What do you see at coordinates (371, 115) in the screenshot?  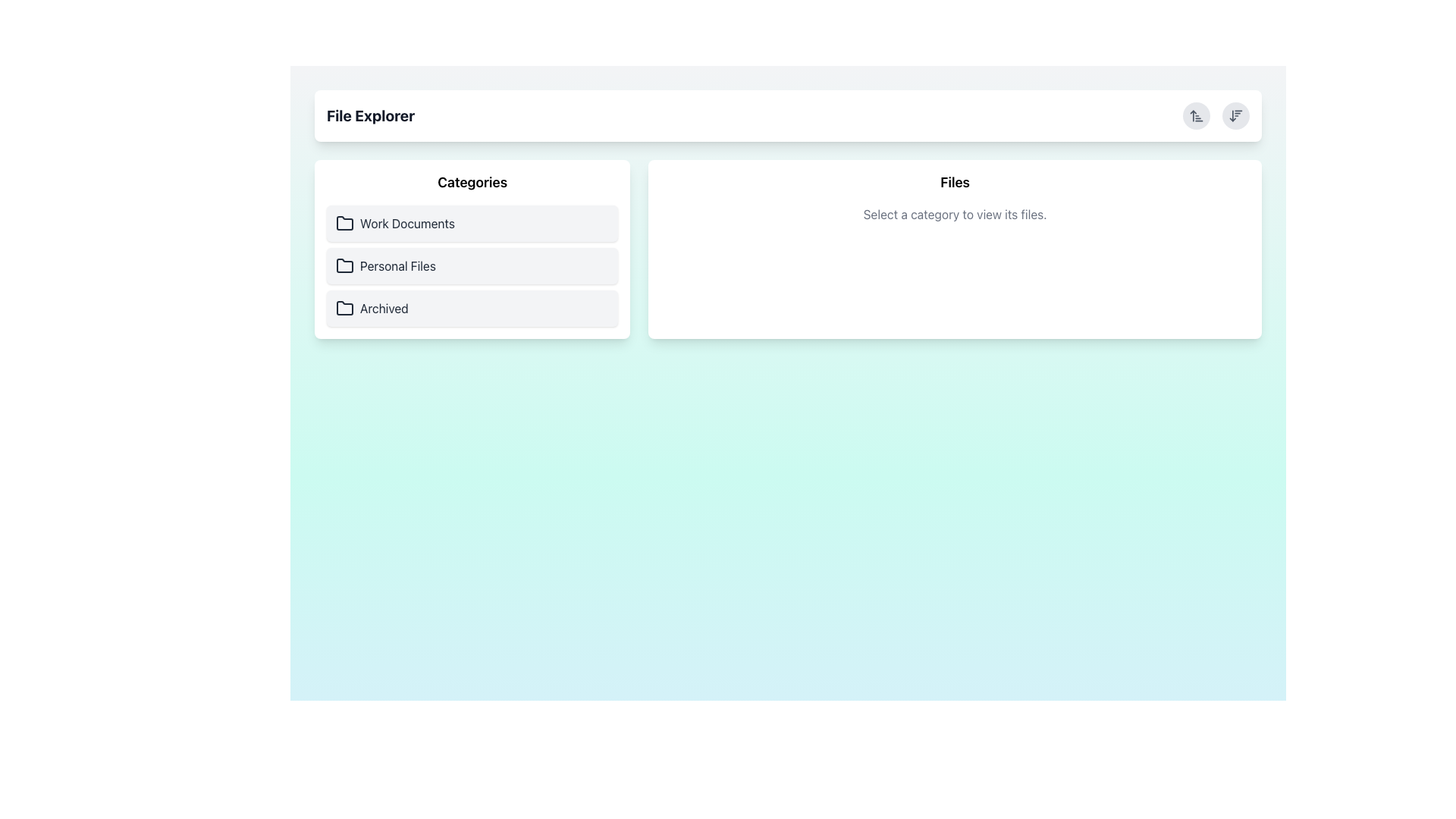 I see `the 'File Explorer' text label, which is a bold and large dark gray text on a white background located at the top-left area of the interface` at bounding box center [371, 115].